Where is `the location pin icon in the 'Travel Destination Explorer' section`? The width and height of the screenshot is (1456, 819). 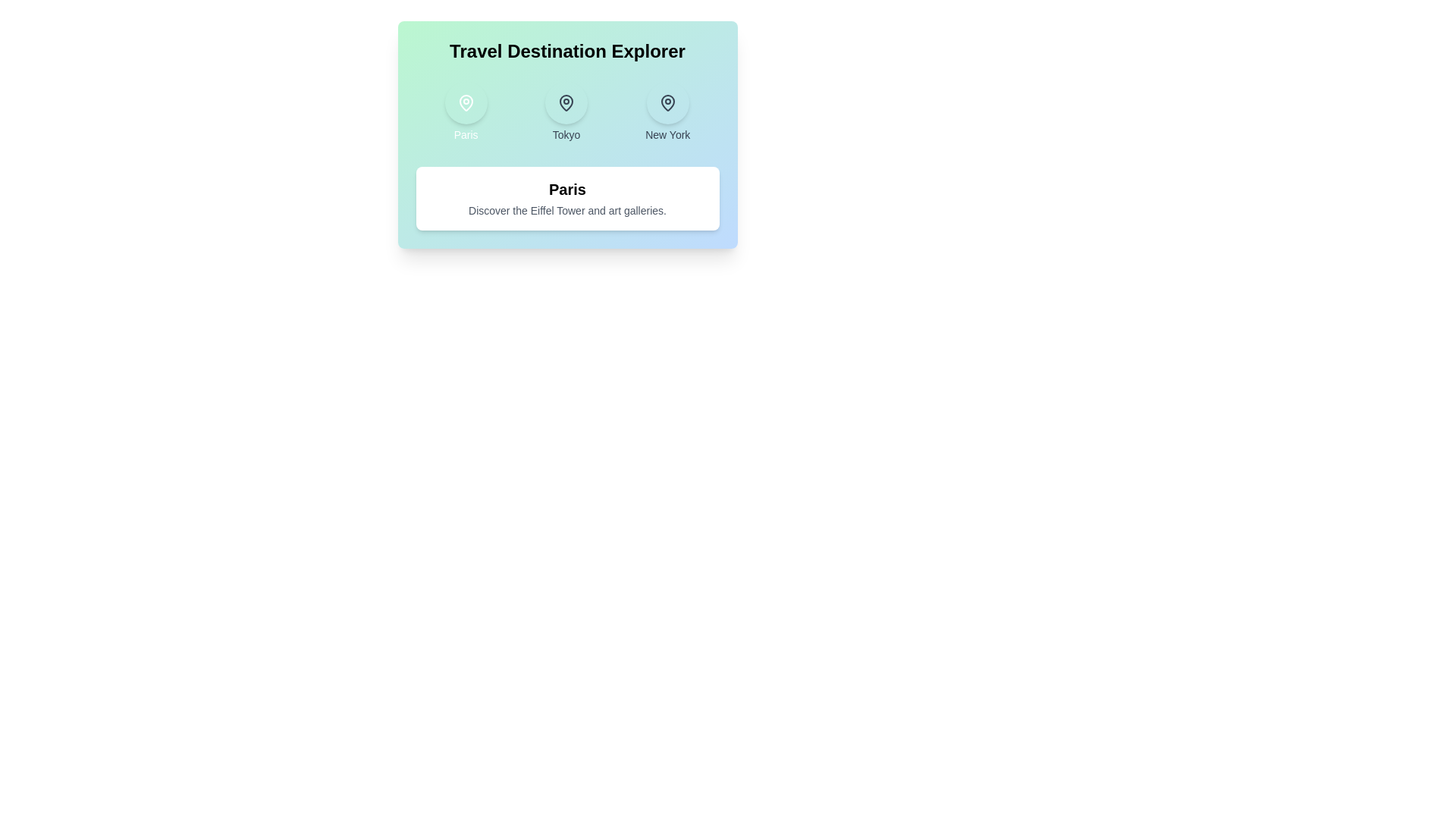 the location pin icon in the 'Travel Destination Explorer' section is located at coordinates (667, 102).